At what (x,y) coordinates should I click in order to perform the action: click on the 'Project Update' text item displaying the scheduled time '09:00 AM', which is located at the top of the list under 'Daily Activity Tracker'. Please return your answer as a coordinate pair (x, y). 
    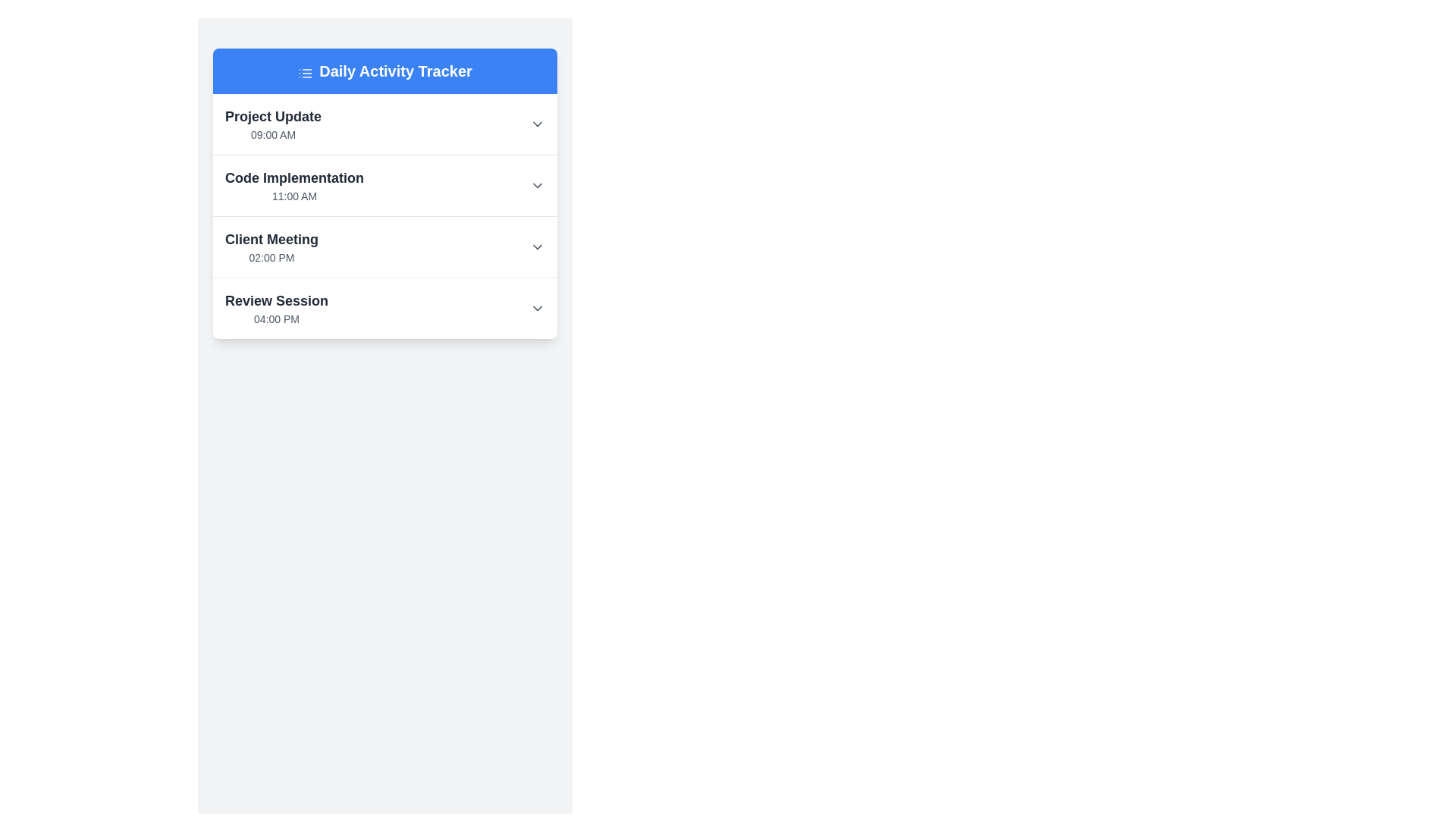
    Looking at the image, I should click on (273, 124).